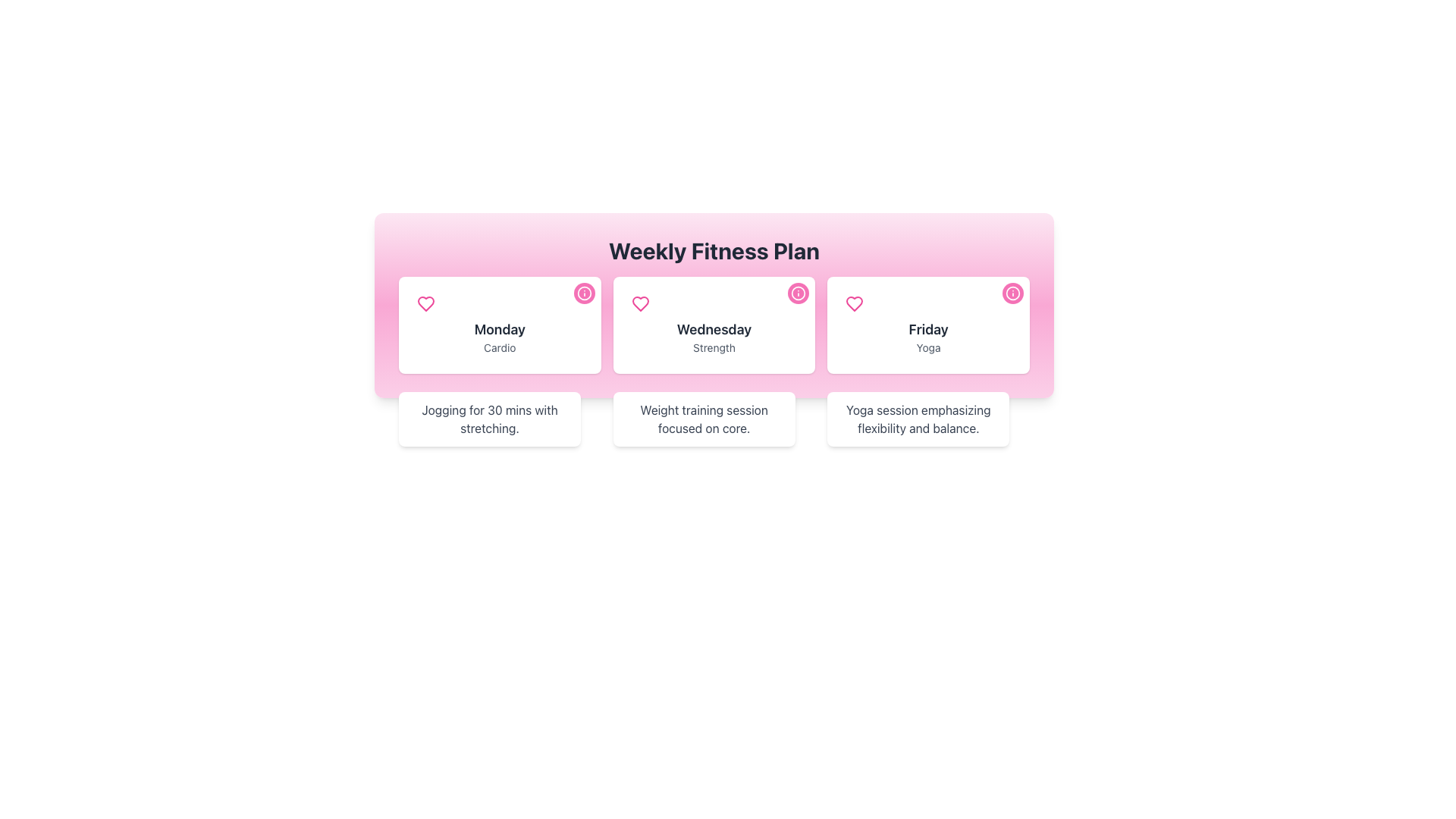  Describe the element at coordinates (798, 293) in the screenshot. I see `the small circular button with a pink background and an information icon at its center, located at the top-right of the Wednesday session card` at that location.